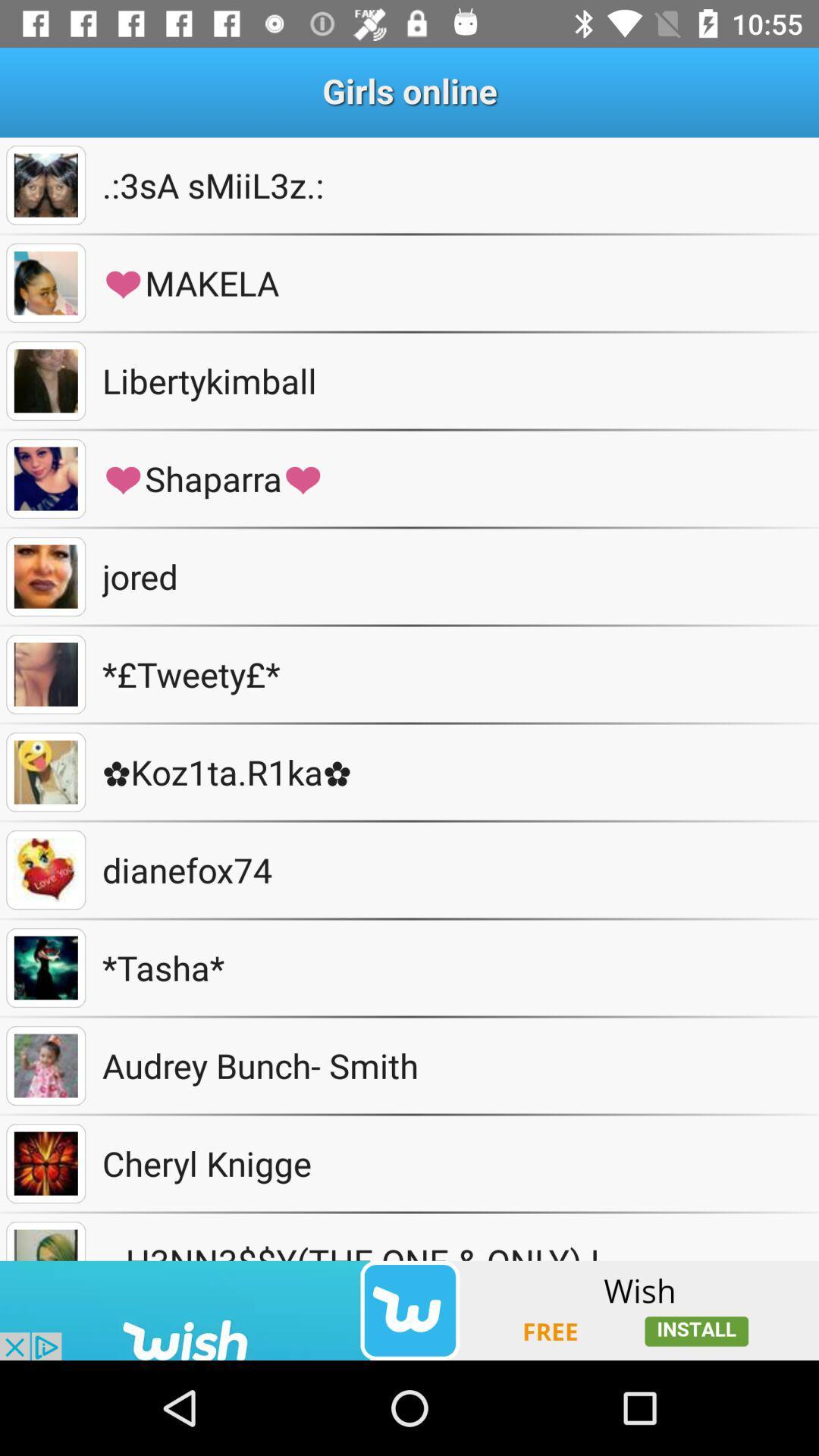  I want to click on in app advertisement space, so click(409, 1310).